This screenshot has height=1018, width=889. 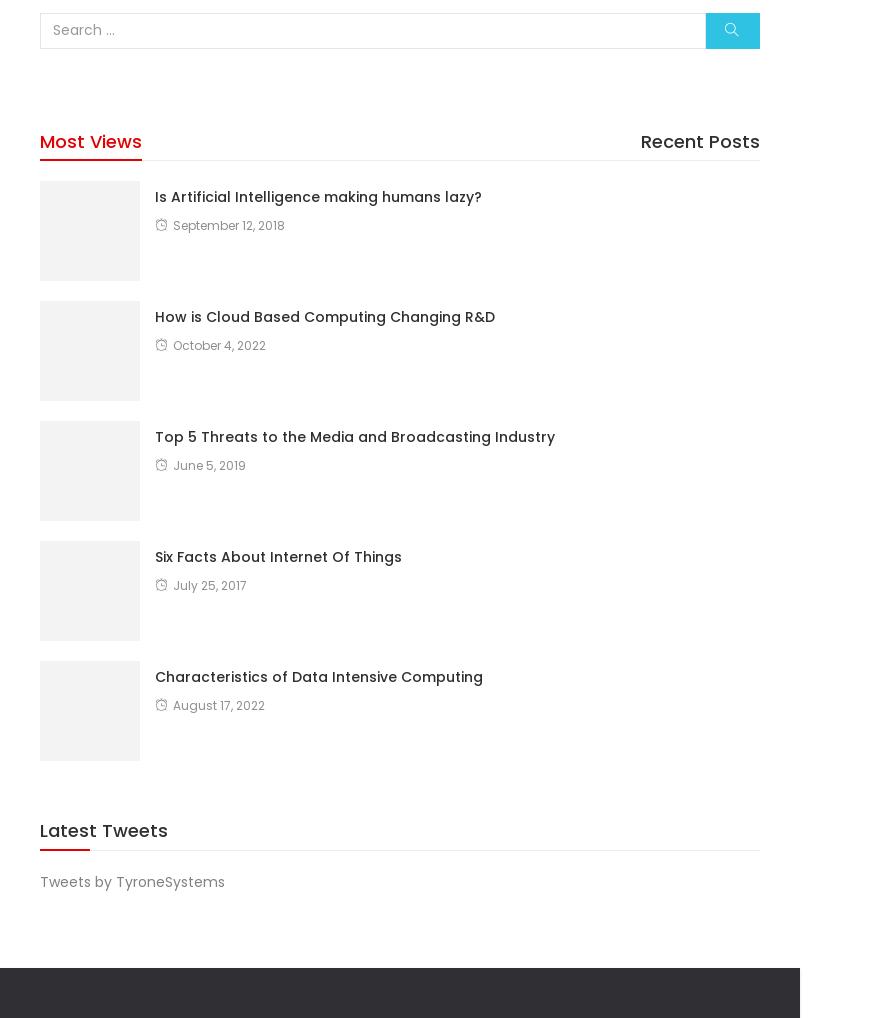 I want to click on 'July 25, 2017', so click(x=172, y=584).